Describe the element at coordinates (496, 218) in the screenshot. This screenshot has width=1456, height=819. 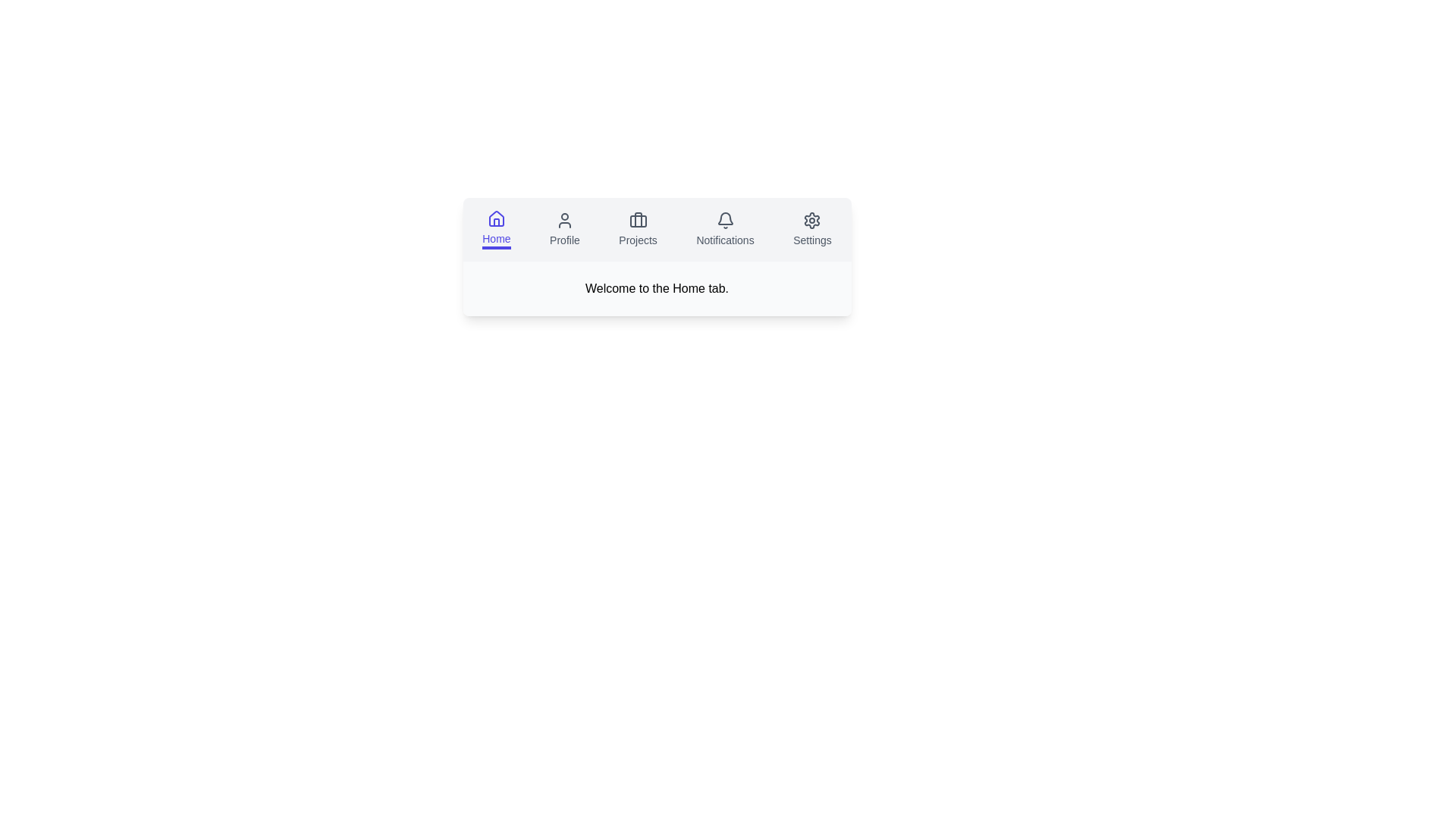
I see `the house icon located in the navigation bar` at that location.